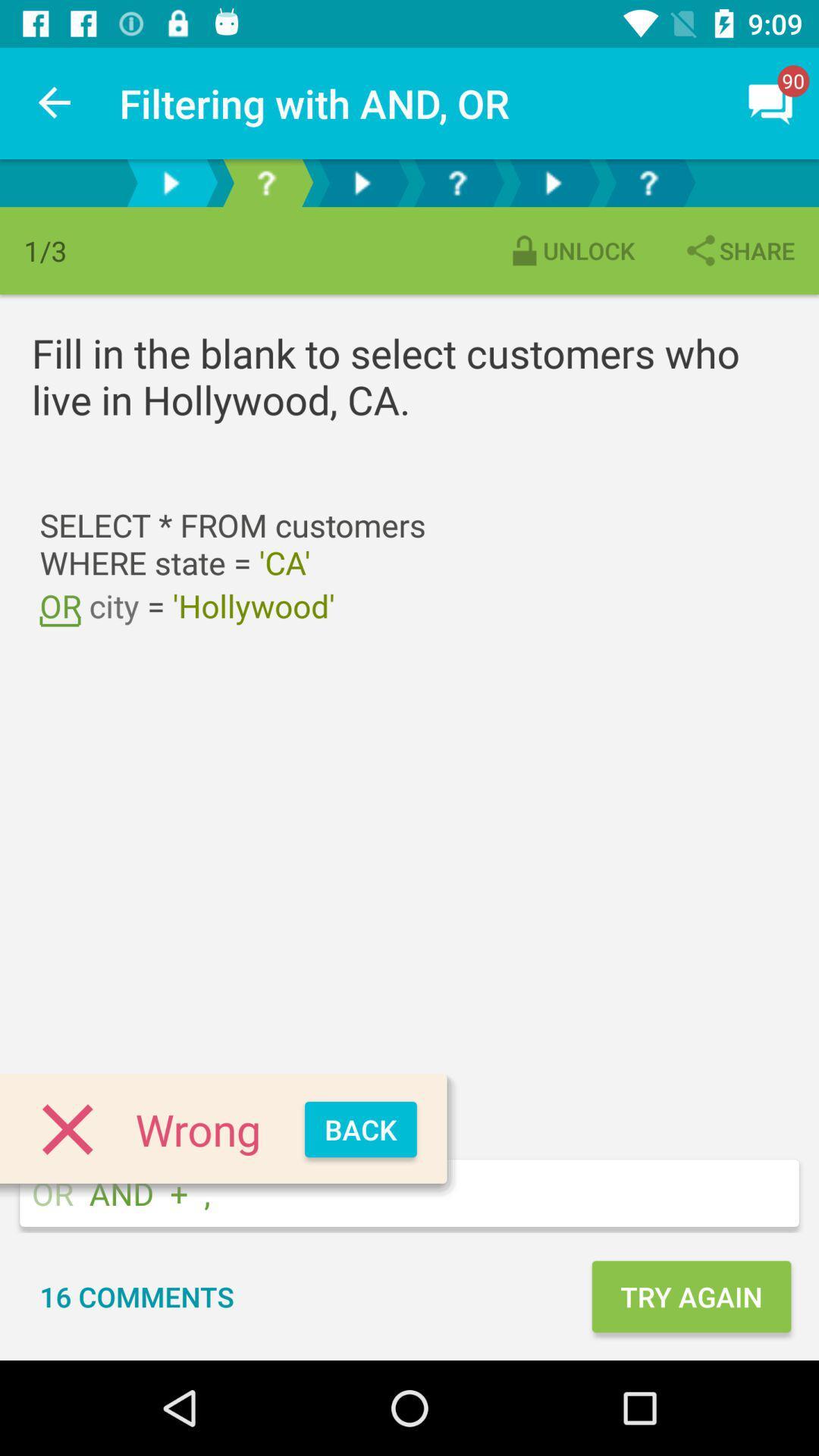 Image resolution: width=819 pixels, height=1456 pixels. Describe the element at coordinates (265, 182) in the screenshot. I see `help` at that location.